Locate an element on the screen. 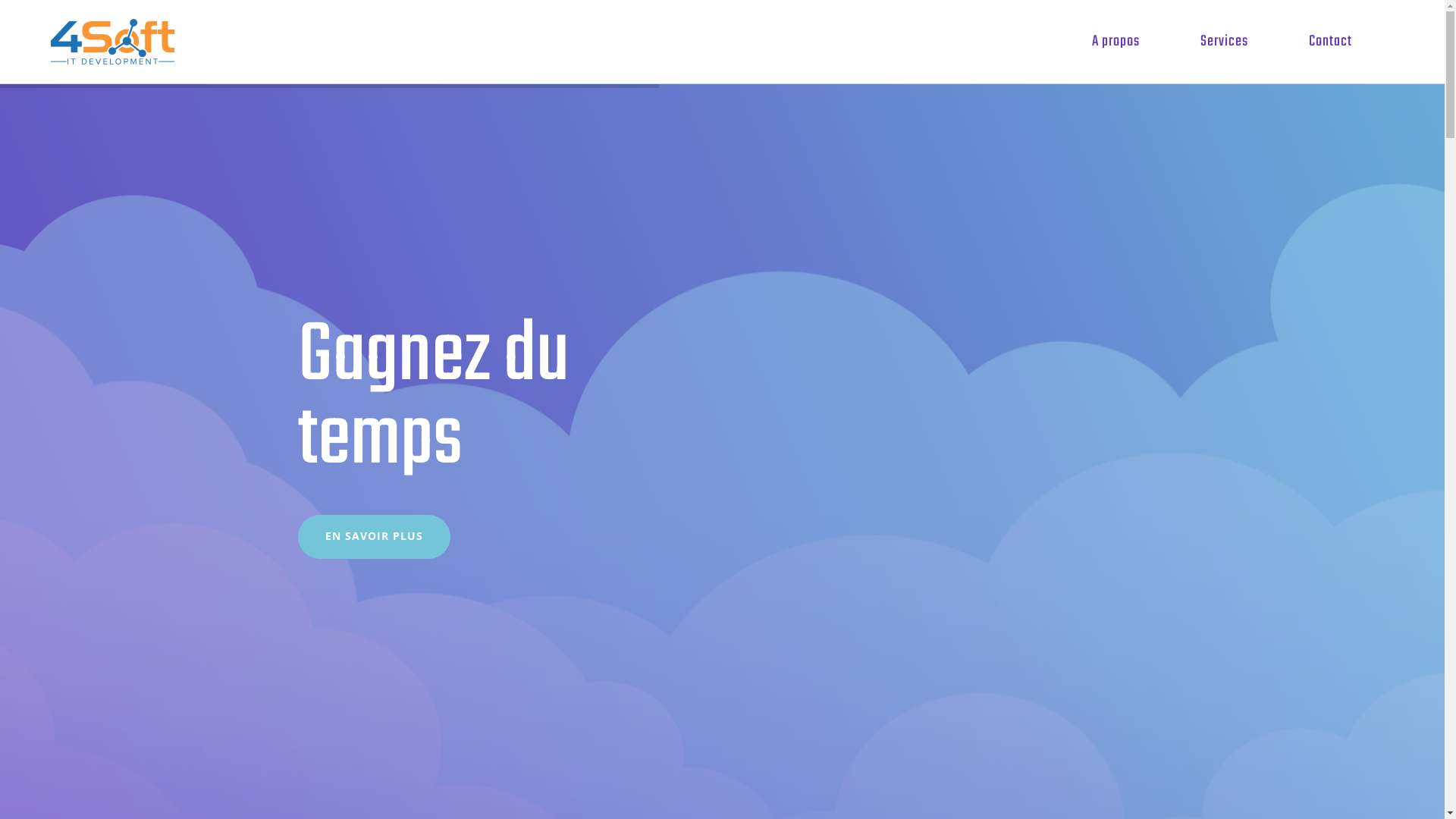  'A propos' is located at coordinates (1116, 40).